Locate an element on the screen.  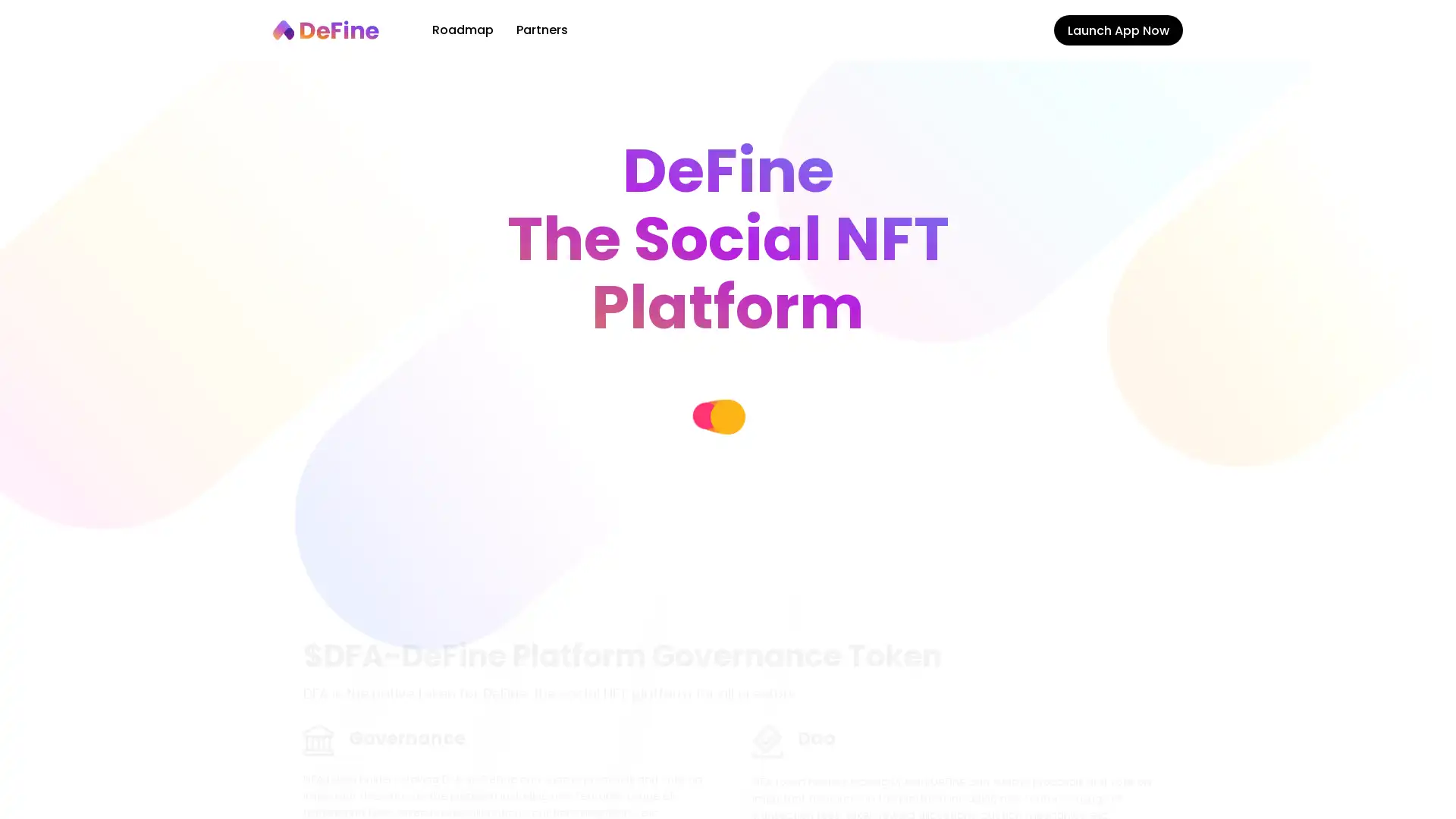
Launch App Now is located at coordinates (1118, 30).